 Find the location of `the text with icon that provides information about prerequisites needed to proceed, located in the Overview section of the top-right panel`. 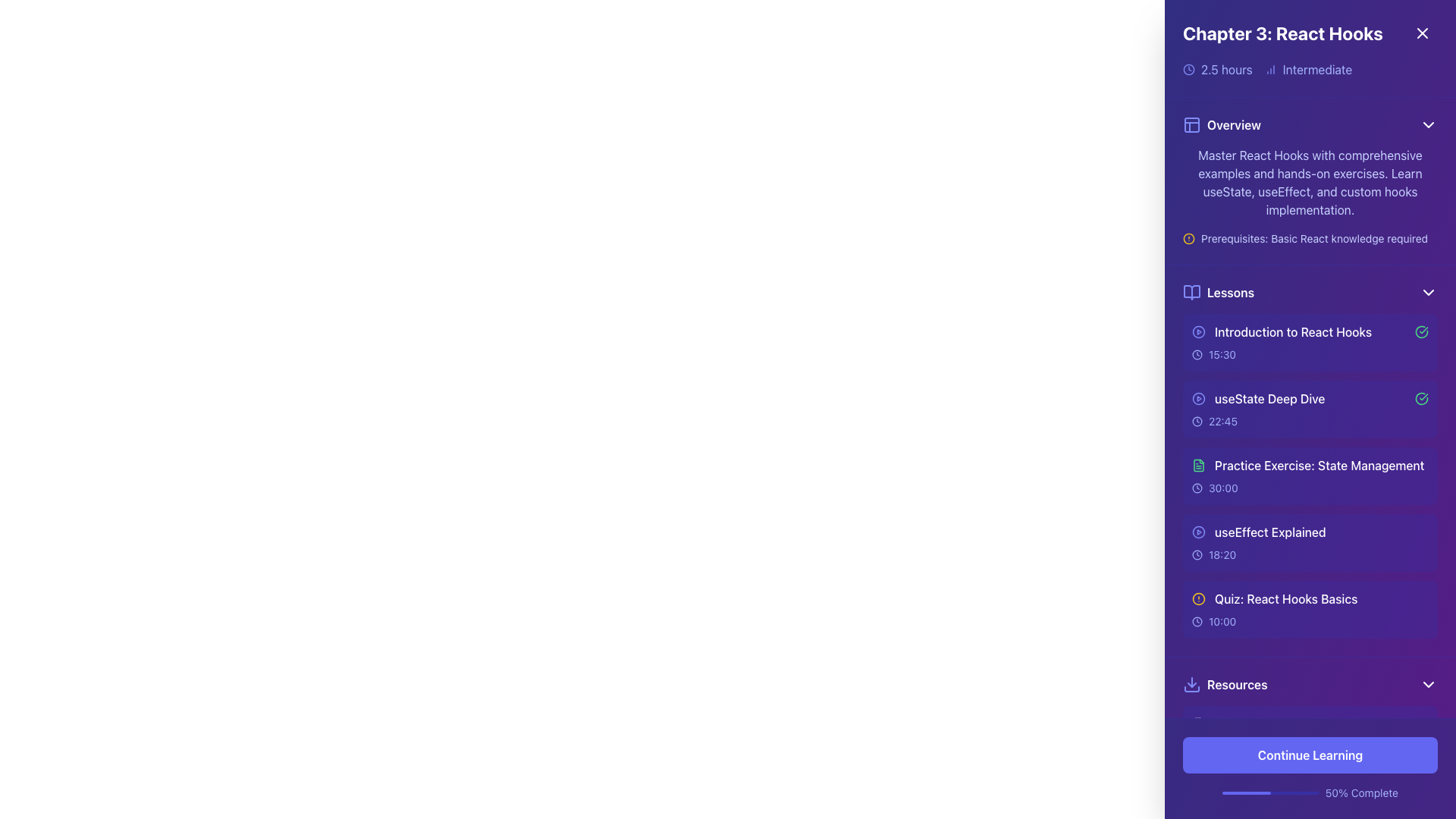

the text with icon that provides information about prerequisites needed to proceed, located in the Overview section of the top-right panel is located at coordinates (1310, 239).